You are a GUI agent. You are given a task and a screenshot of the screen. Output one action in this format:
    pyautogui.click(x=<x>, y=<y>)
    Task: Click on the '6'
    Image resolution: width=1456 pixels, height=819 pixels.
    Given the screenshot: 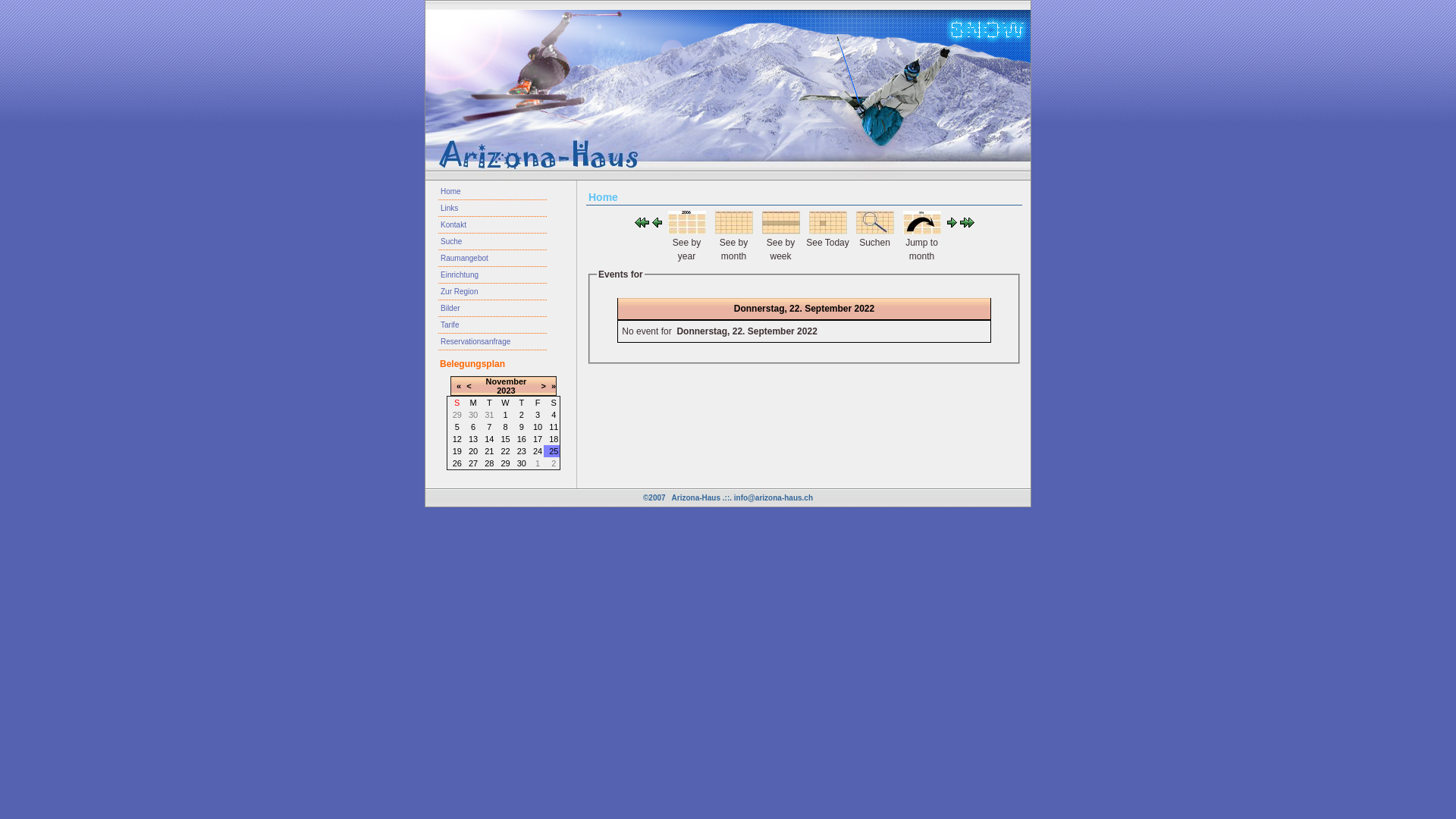 What is the action you would take?
    pyautogui.click(x=472, y=427)
    